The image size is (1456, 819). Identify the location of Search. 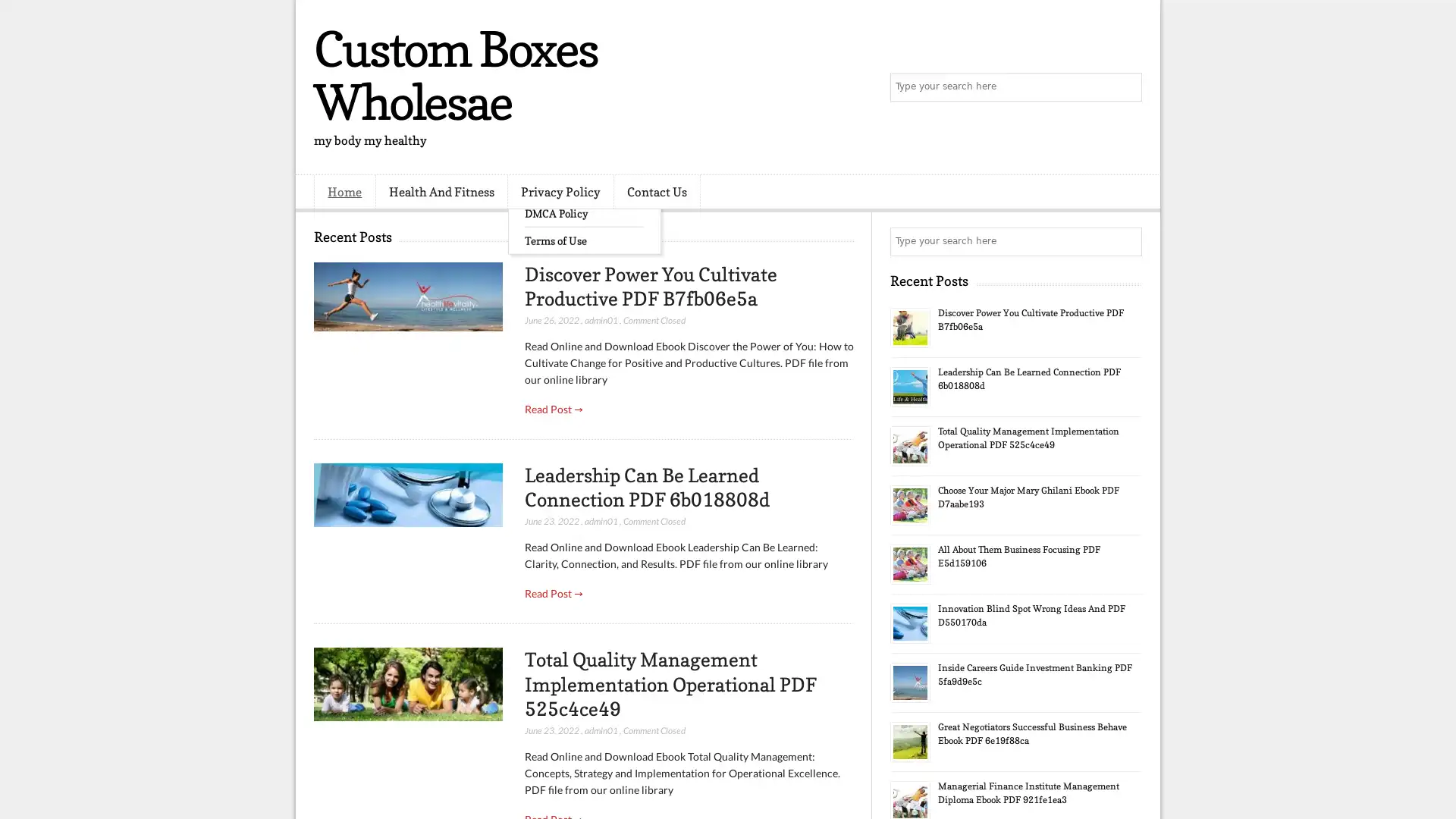
(1126, 241).